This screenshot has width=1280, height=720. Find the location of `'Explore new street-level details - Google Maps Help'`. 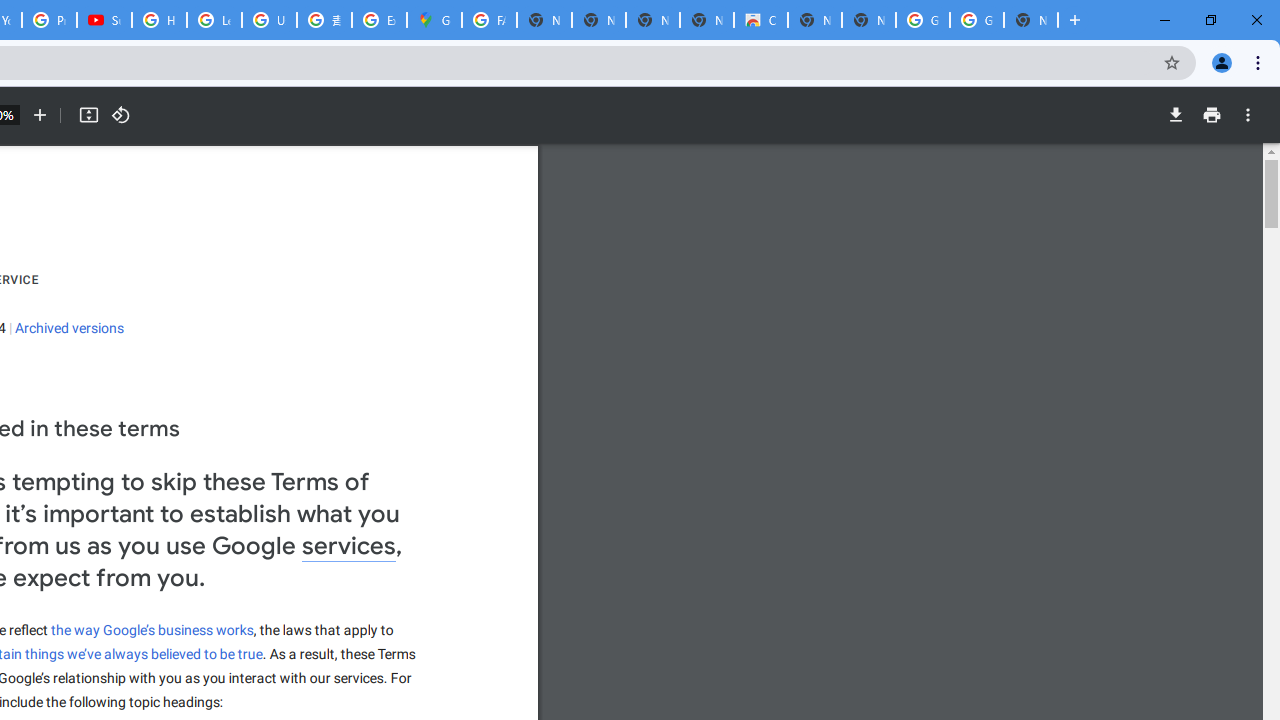

'Explore new street-level details - Google Maps Help' is located at coordinates (379, 20).